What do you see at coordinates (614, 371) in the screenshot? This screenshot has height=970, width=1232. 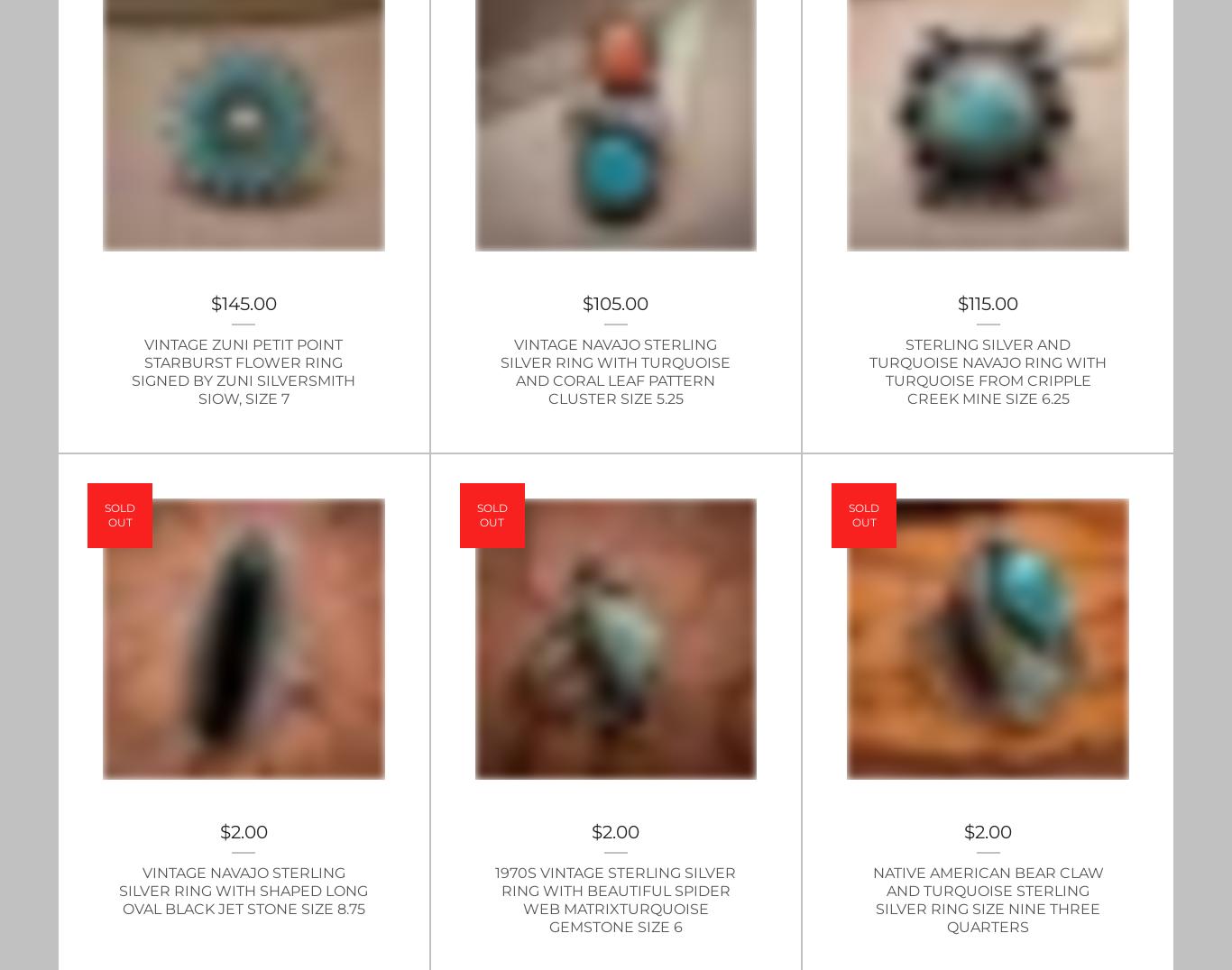 I see `'Vintage Navajo Sterling Silver Ring with Turquoise and Coral leaf pattern cluster size 5.25'` at bounding box center [614, 371].